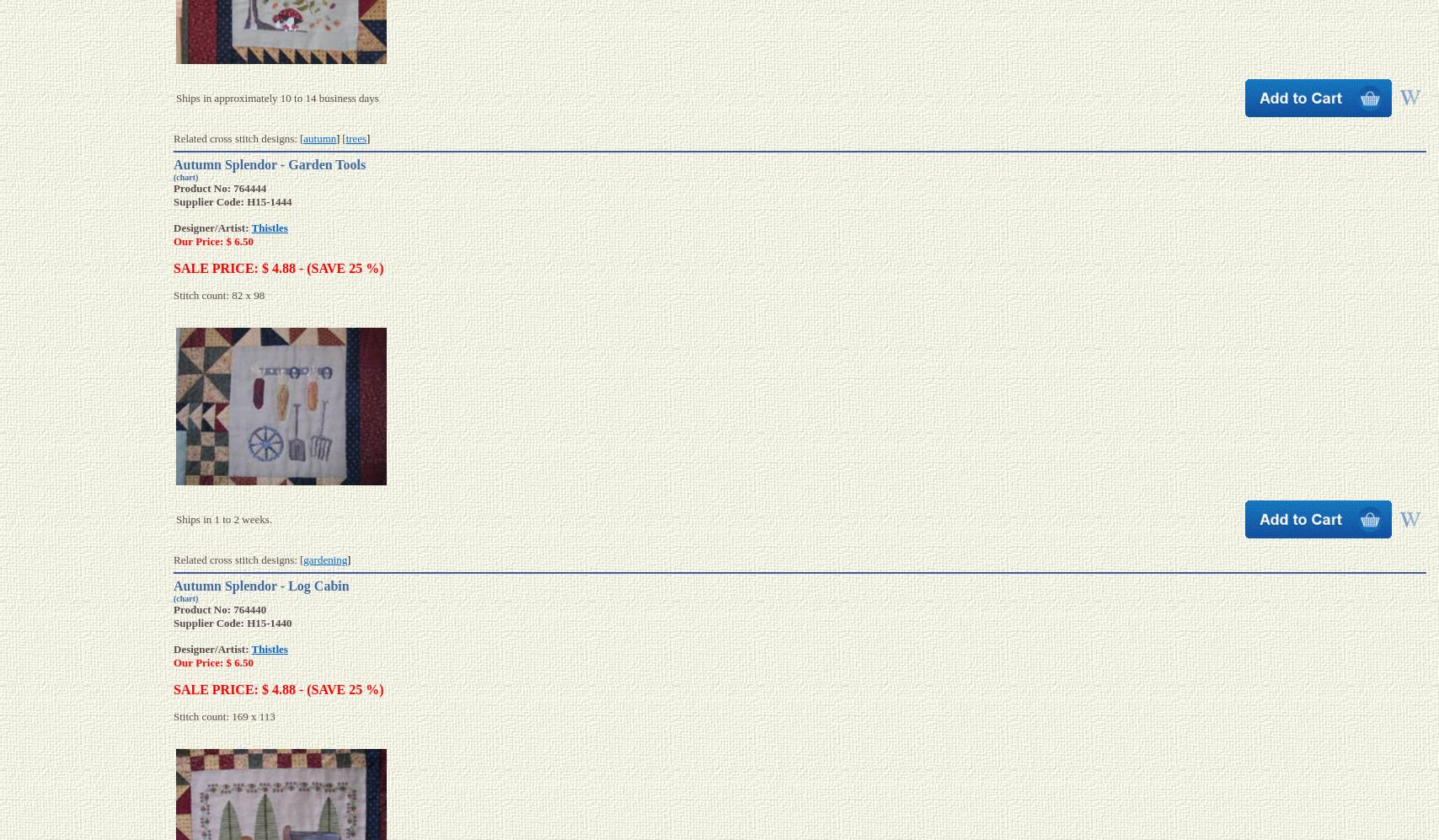 Image resolution: width=1439 pixels, height=840 pixels. I want to click on 'trees', so click(356, 136).